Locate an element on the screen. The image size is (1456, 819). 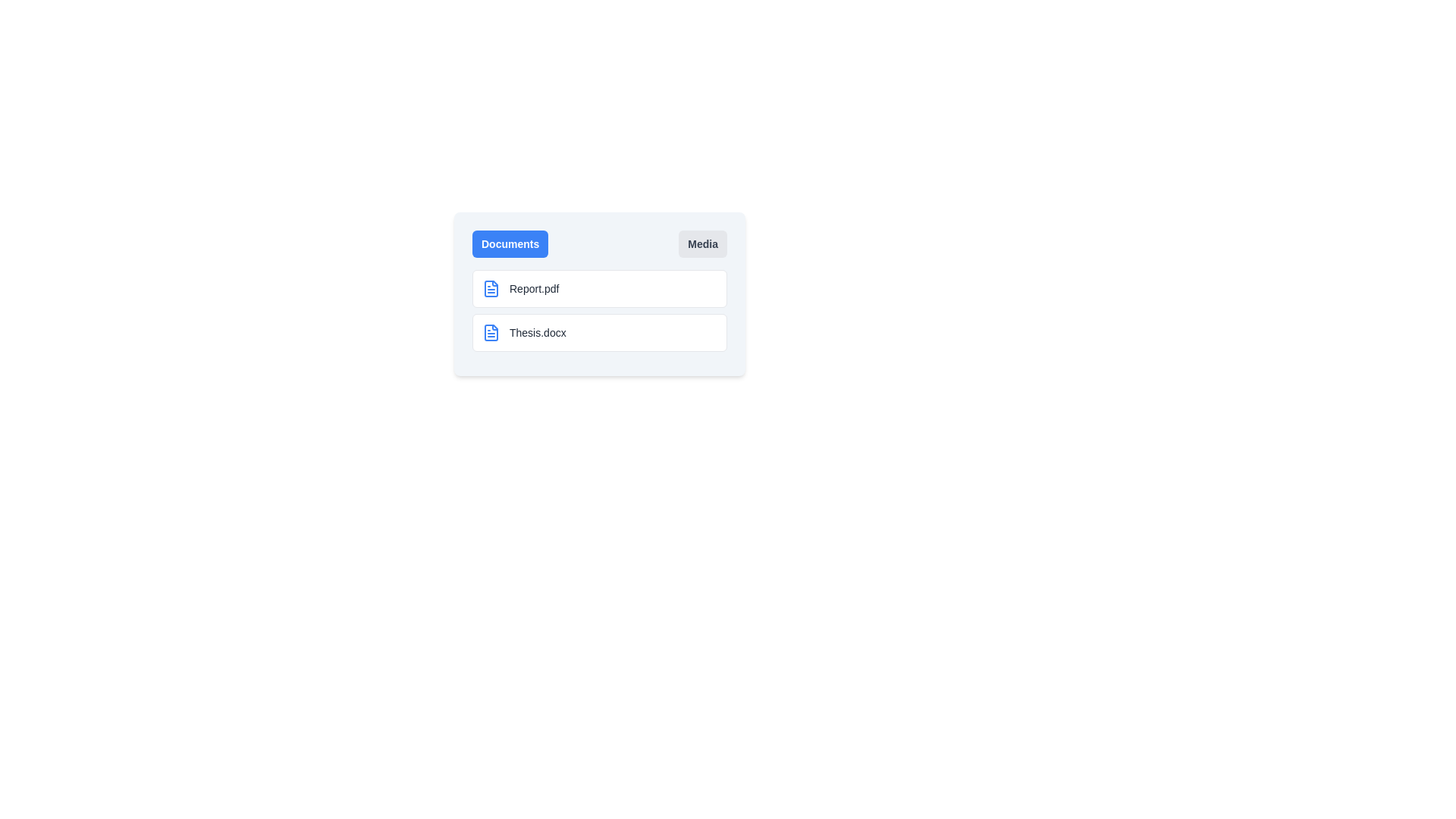
the 'Media' tab selector button, which is positioned to the right of the blue 'Documents' button in the upper section of the interface is located at coordinates (702, 243).